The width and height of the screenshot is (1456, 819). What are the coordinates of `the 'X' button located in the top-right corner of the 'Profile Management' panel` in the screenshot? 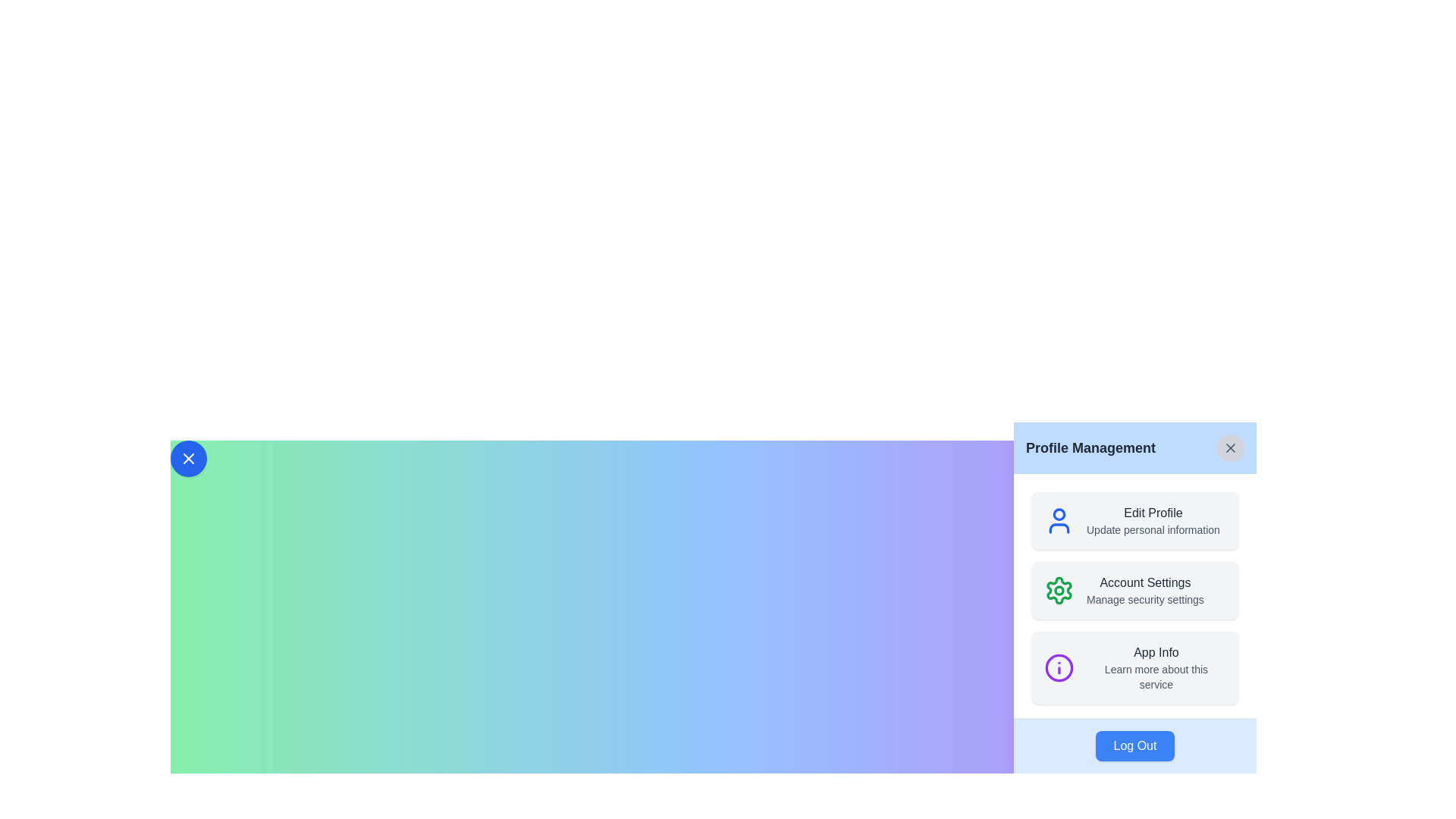 It's located at (1230, 447).